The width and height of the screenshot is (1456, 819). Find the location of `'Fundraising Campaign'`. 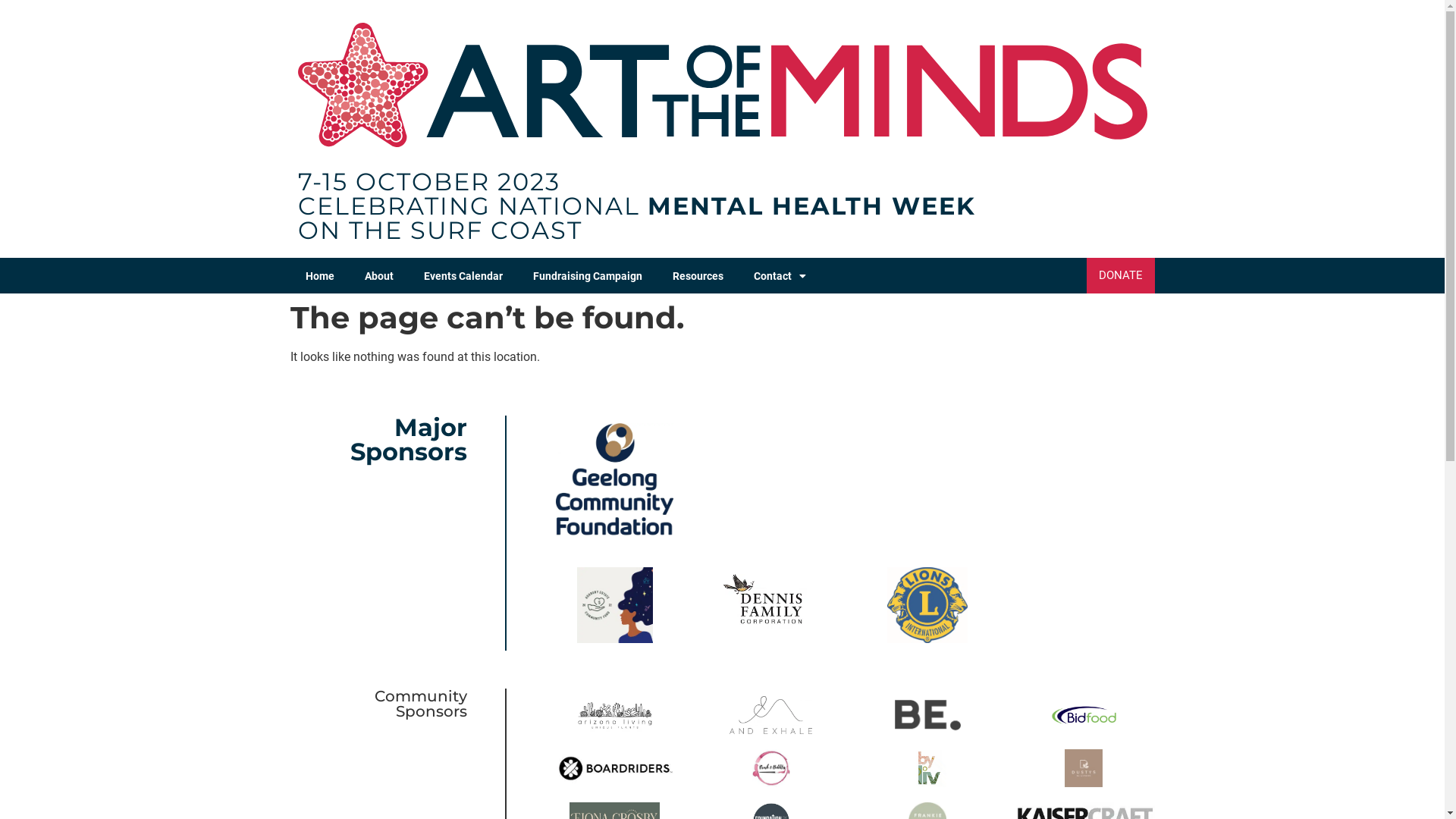

'Fundraising Campaign' is located at coordinates (585, 275).